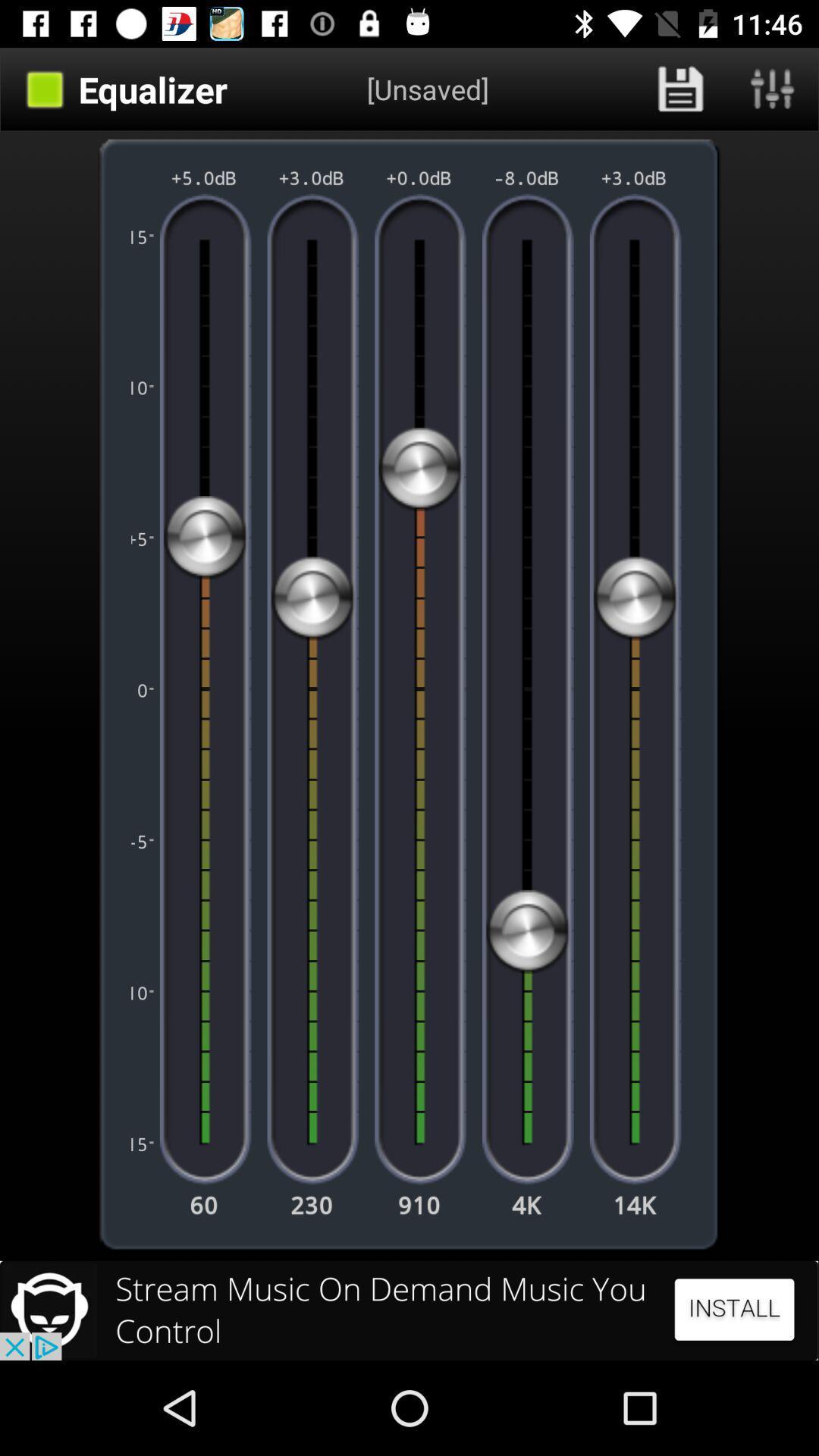  I want to click on the save icon, so click(680, 89).